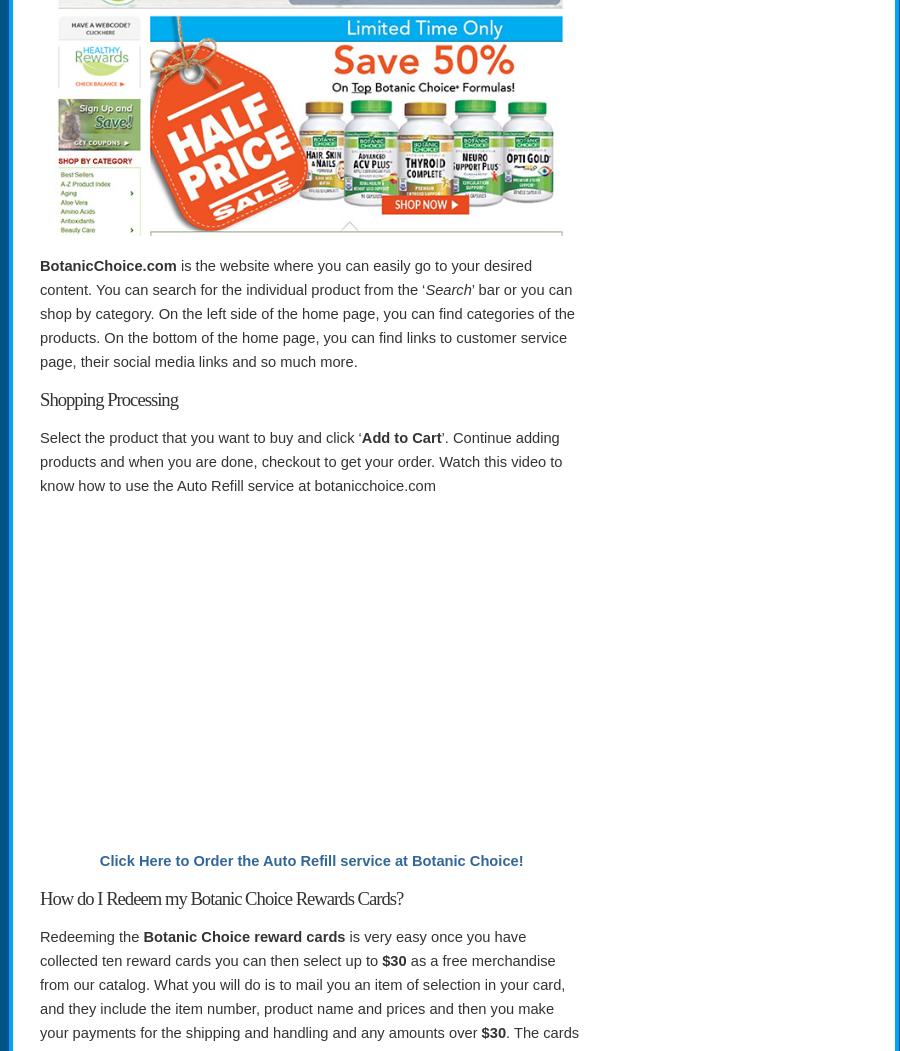  I want to click on 'is the website where you can easily go to your desired content. You can search for the individual product from the ‘', so click(38, 277).